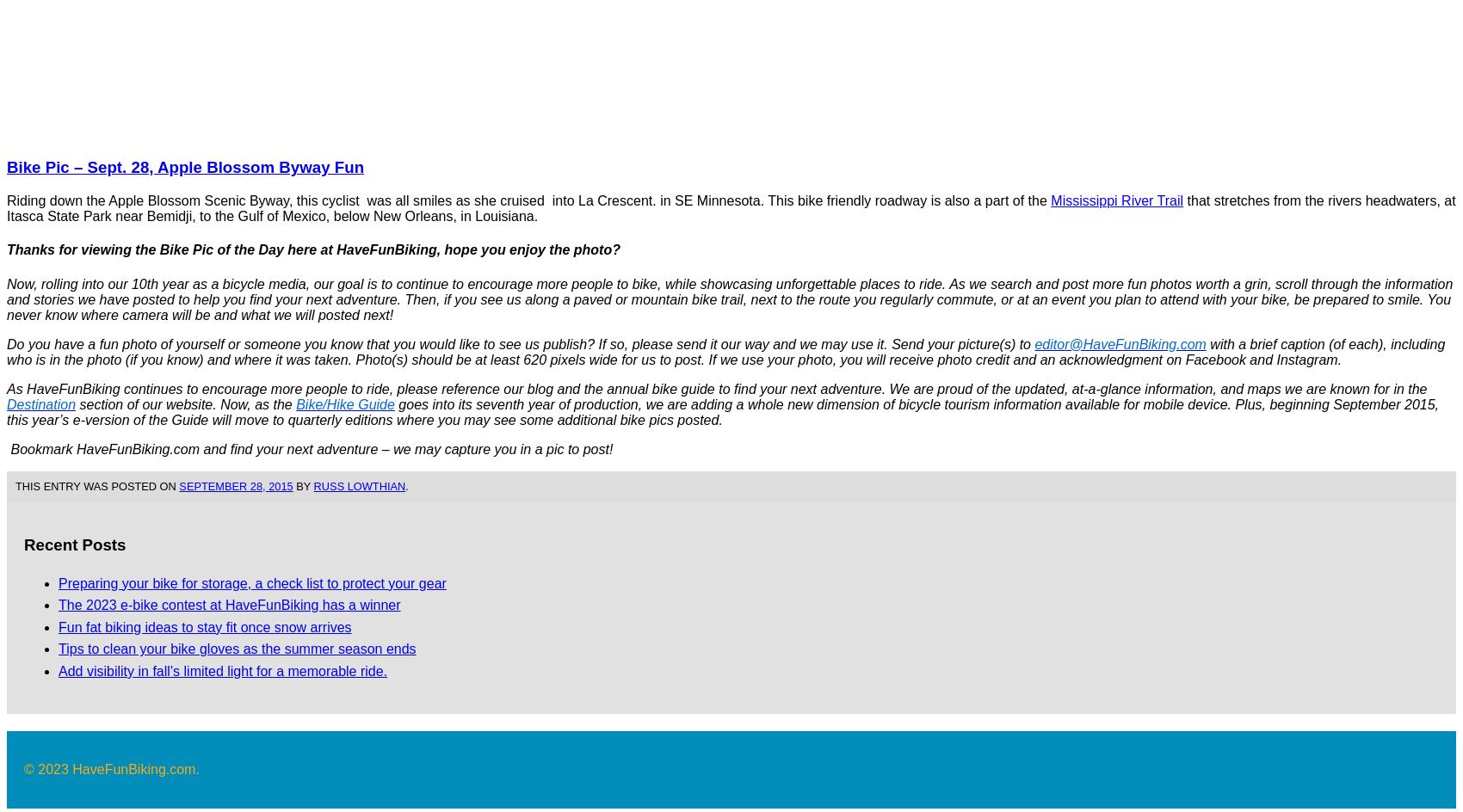 This screenshot has width=1463, height=812. I want to click on 'Fun fat biking ideas to stay fit once snow arrives', so click(205, 626).